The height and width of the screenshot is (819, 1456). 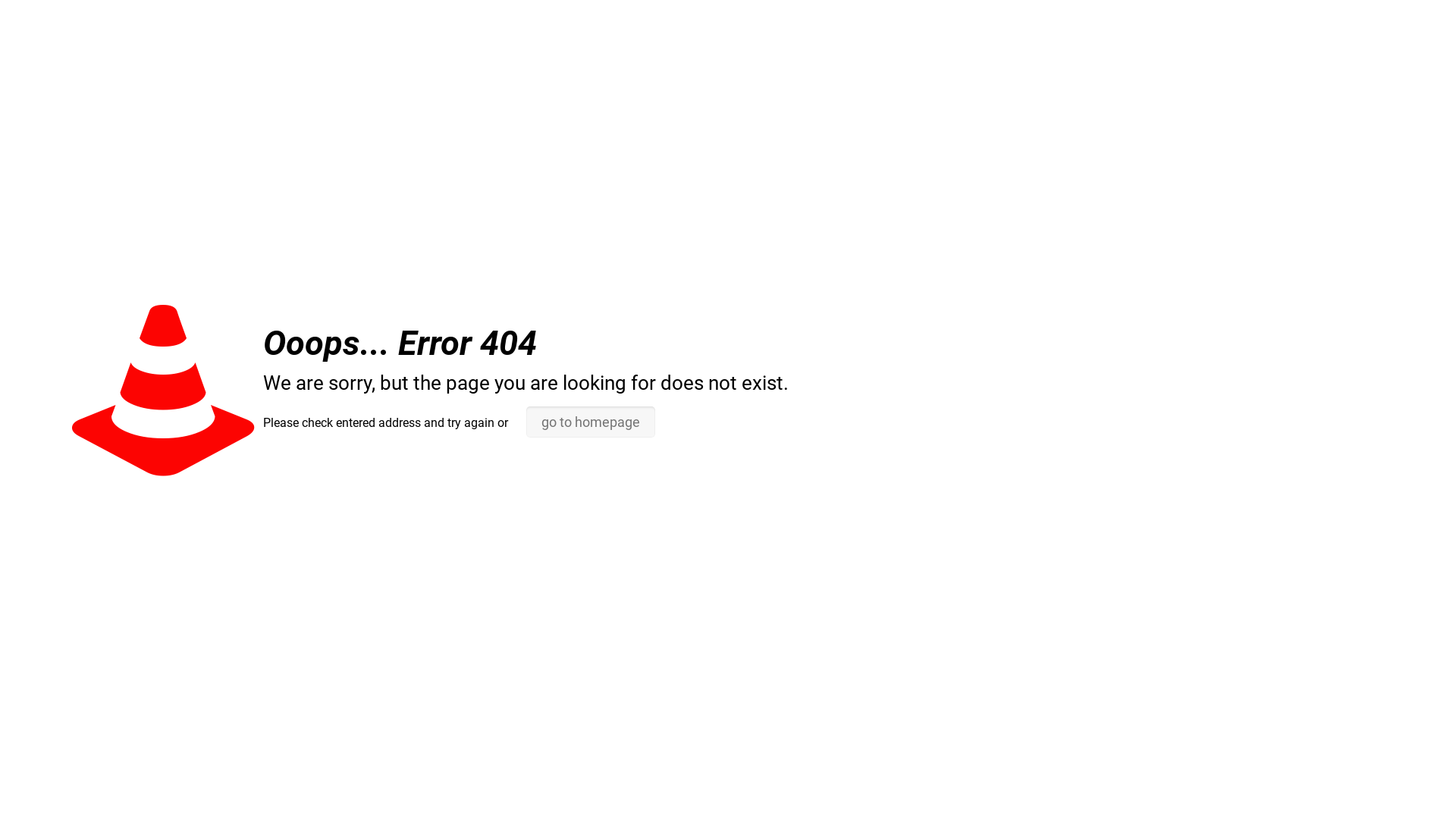 What do you see at coordinates (526, 422) in the screenshot?
I see `'go to homepage'` at bounding box center [526, 422].